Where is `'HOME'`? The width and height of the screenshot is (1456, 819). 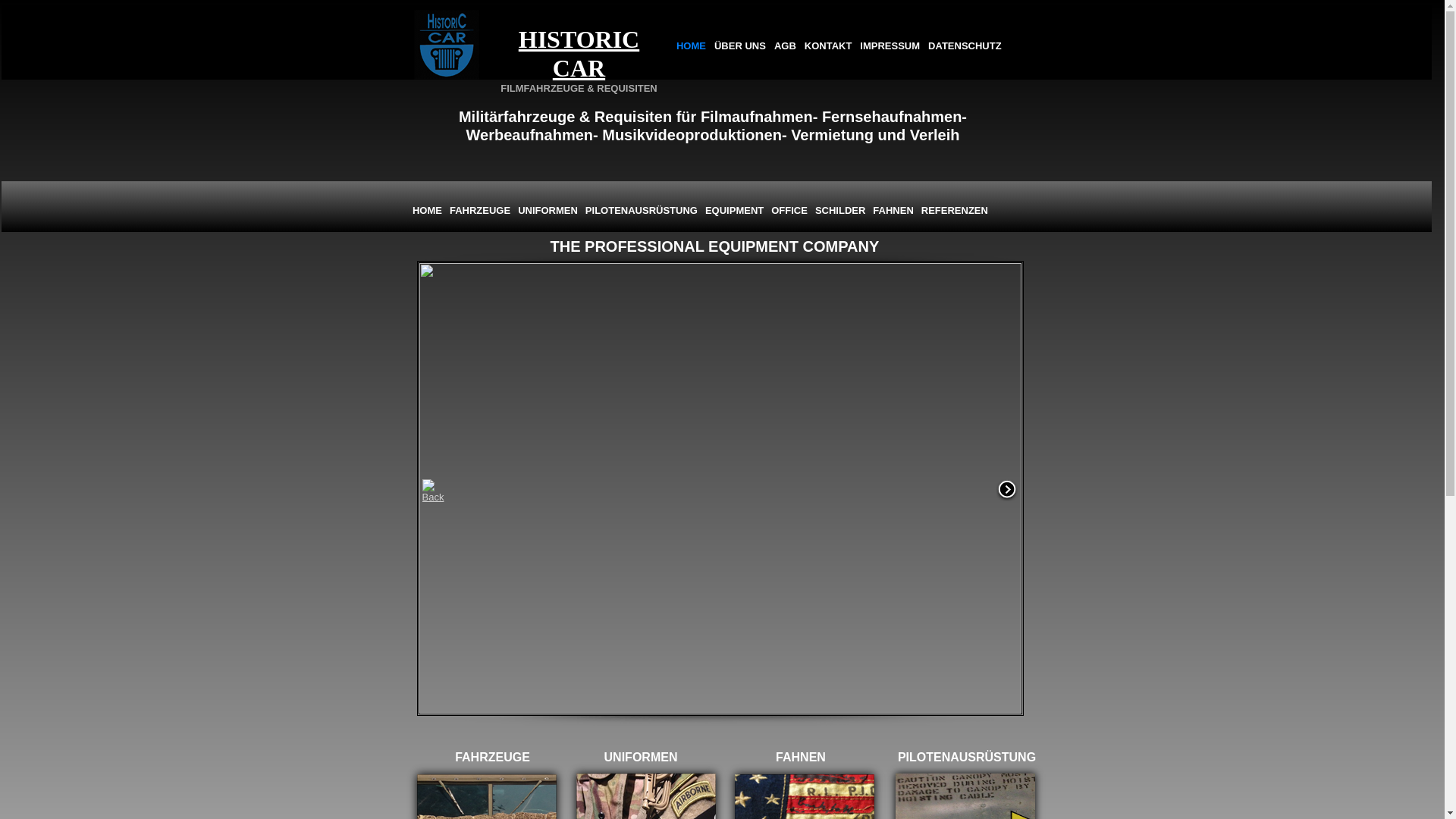
'HOME' is located at coordinates (690, 45).